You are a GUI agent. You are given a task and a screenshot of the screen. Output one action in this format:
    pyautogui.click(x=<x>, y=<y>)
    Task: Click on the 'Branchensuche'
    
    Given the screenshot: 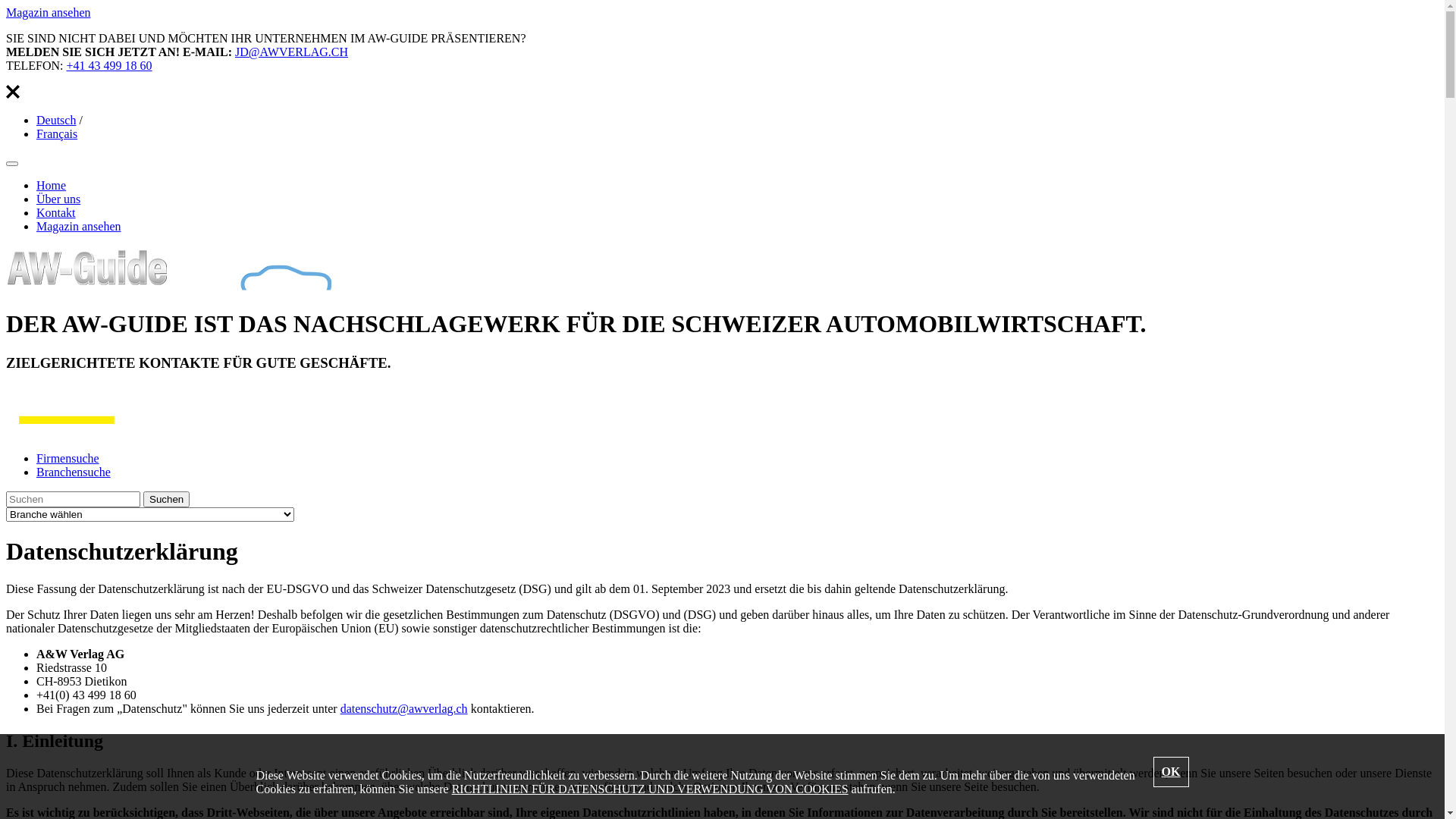 What is the action you would take?
    pyautogui.click(x=72, y=471)
    